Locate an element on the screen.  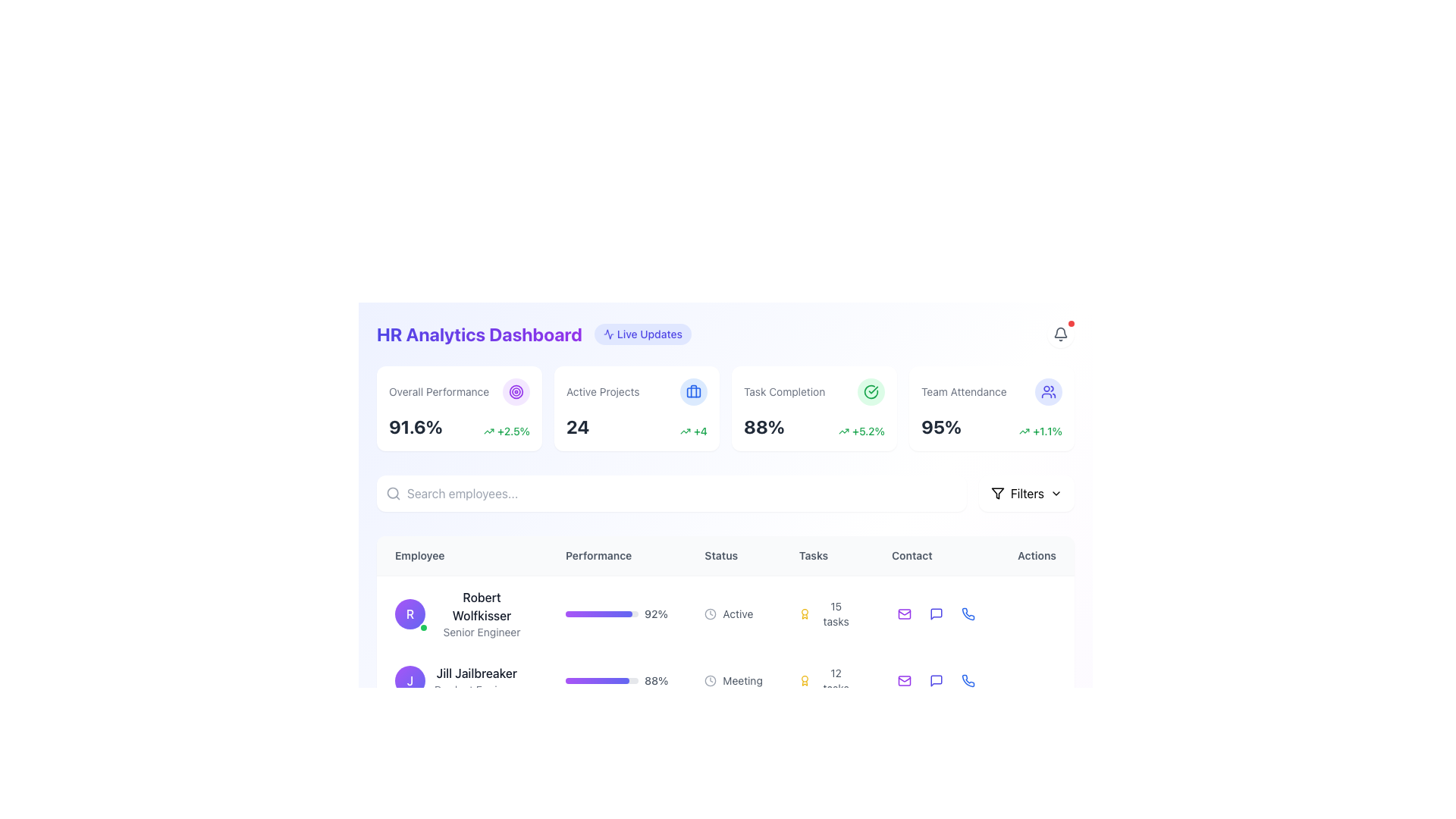
the Text Display that shows the completion percentage in the 'Task Completion' section, specifically in the third card from the left in the top metrics row is located at coordinates (764, 427).